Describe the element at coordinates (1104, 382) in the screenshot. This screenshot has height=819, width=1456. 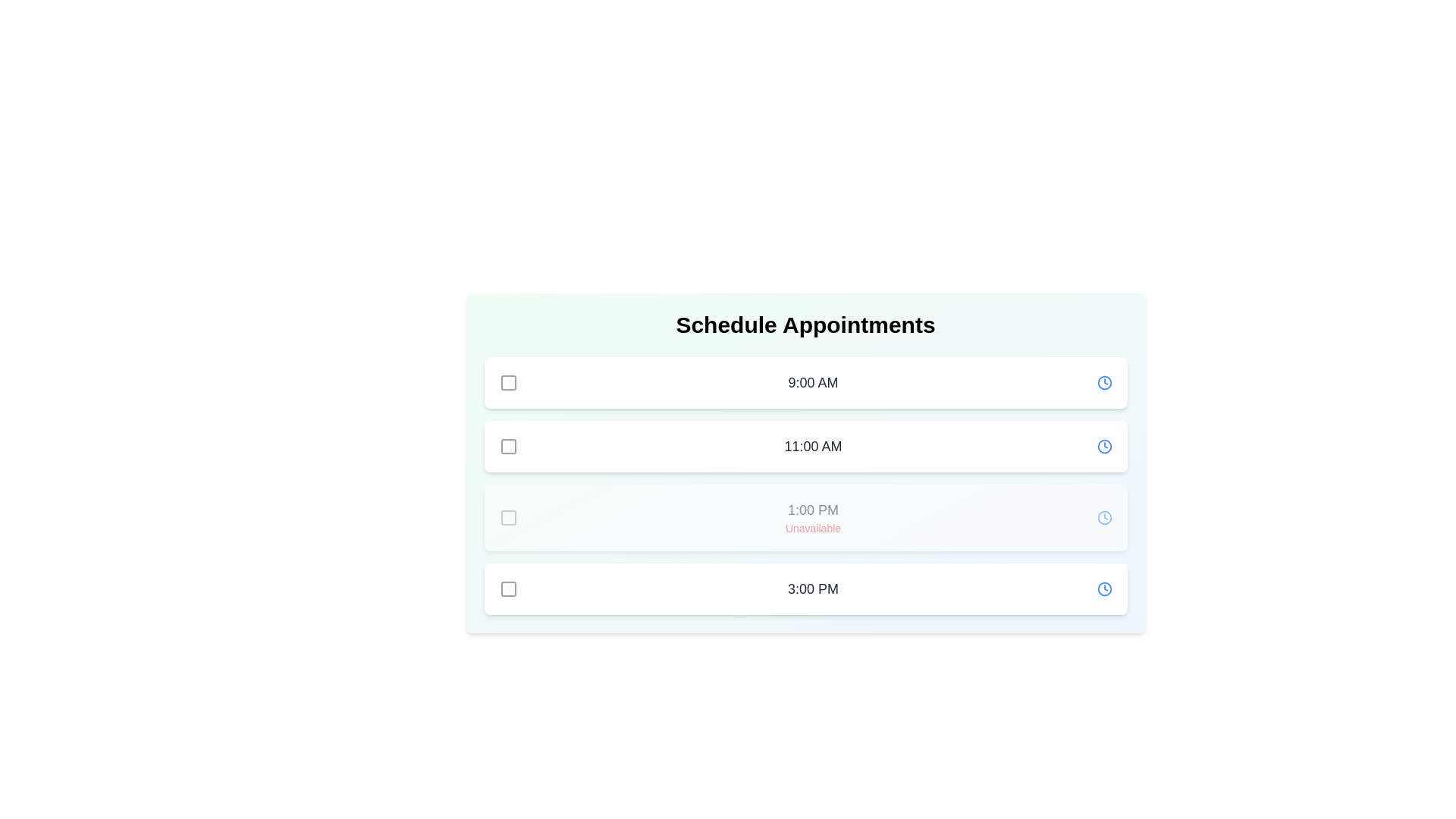
I see `the clock icon next to the time slot 9:00 AM` at that location.